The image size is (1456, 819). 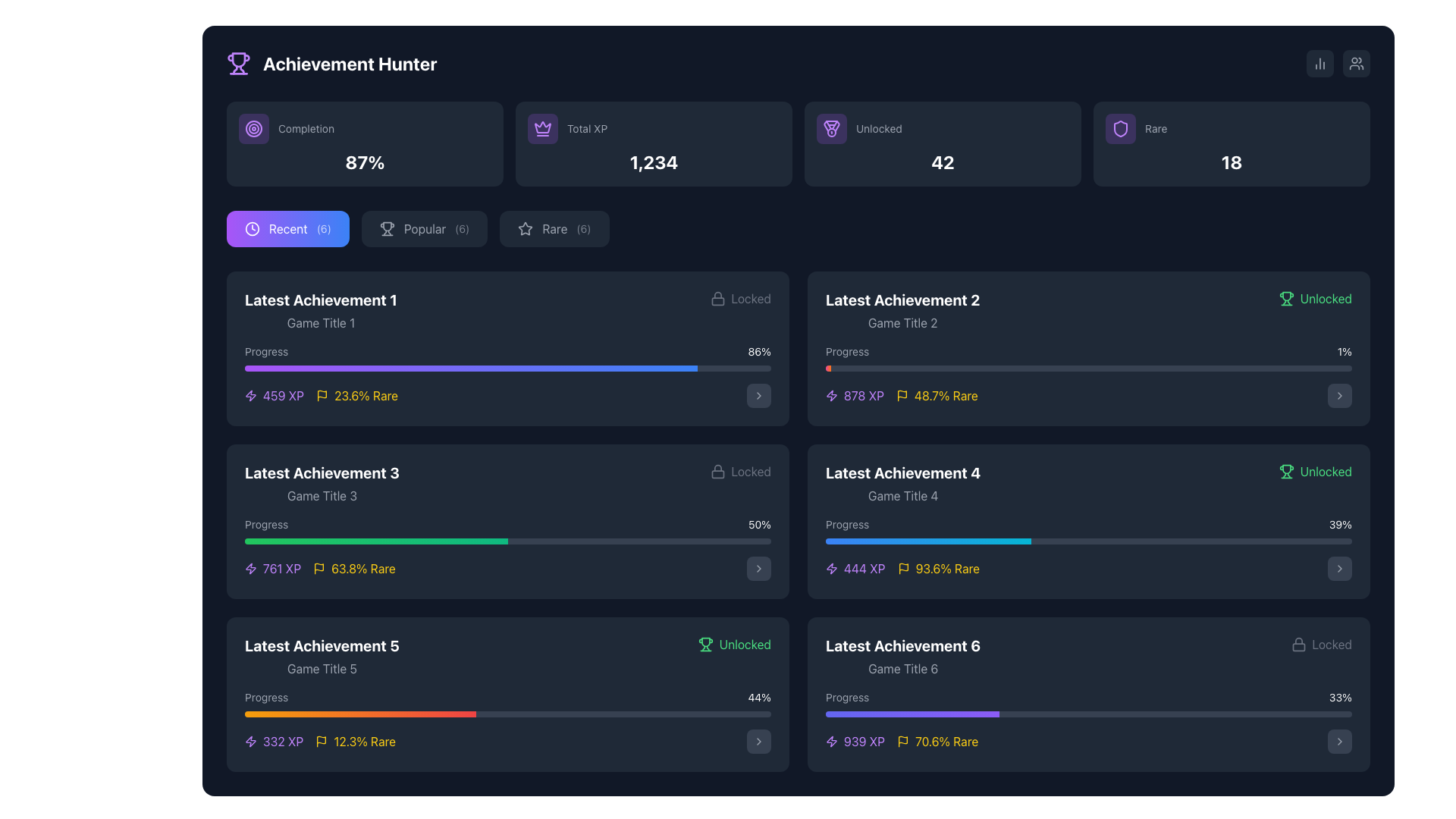 I want to click on the icon button located at the bottom-right corner of the panel labeled 'Latest Achievement 6', so click(x=1339, y=741).